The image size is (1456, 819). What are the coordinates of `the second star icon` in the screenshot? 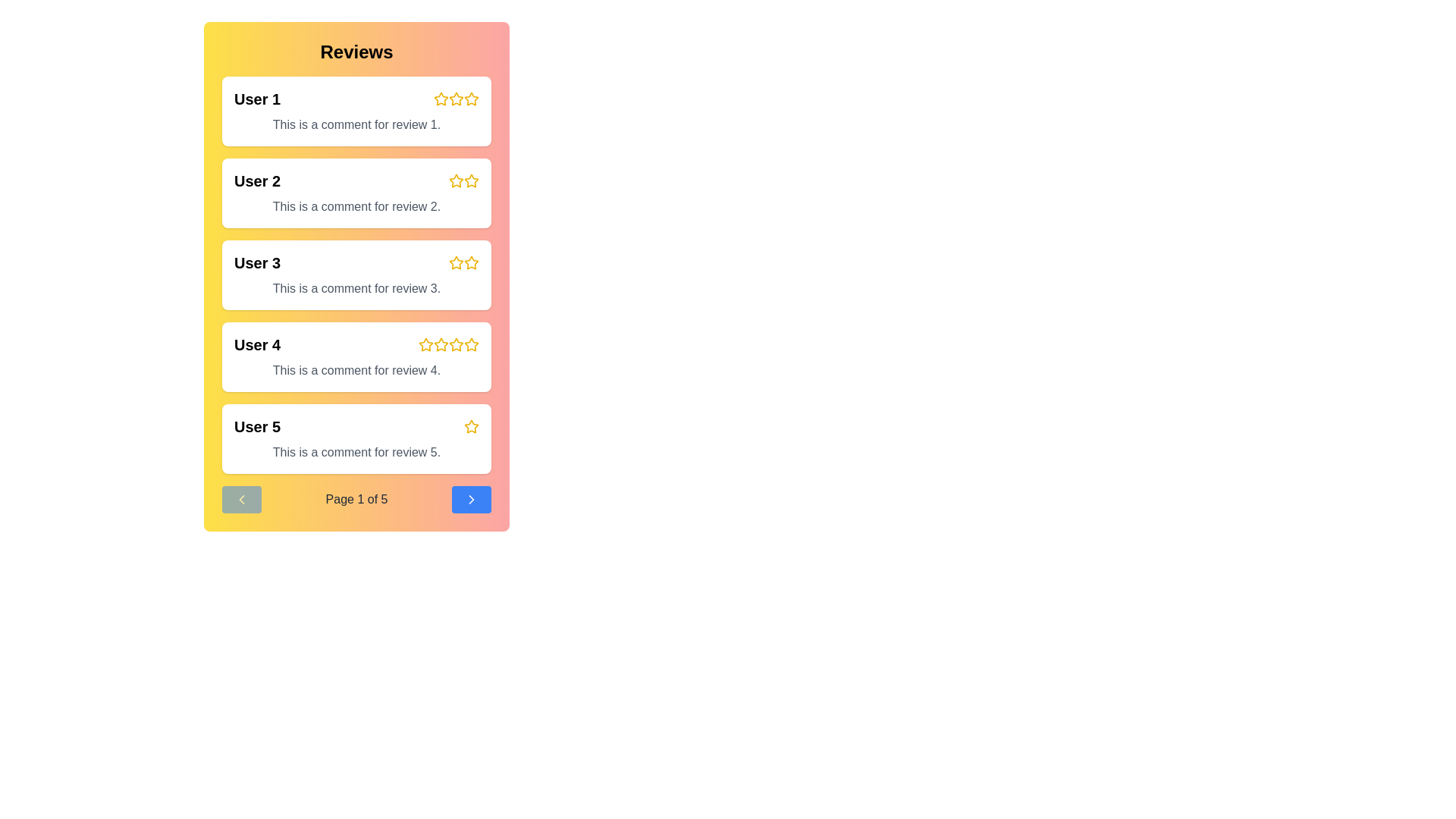 It's located at (455, 180).